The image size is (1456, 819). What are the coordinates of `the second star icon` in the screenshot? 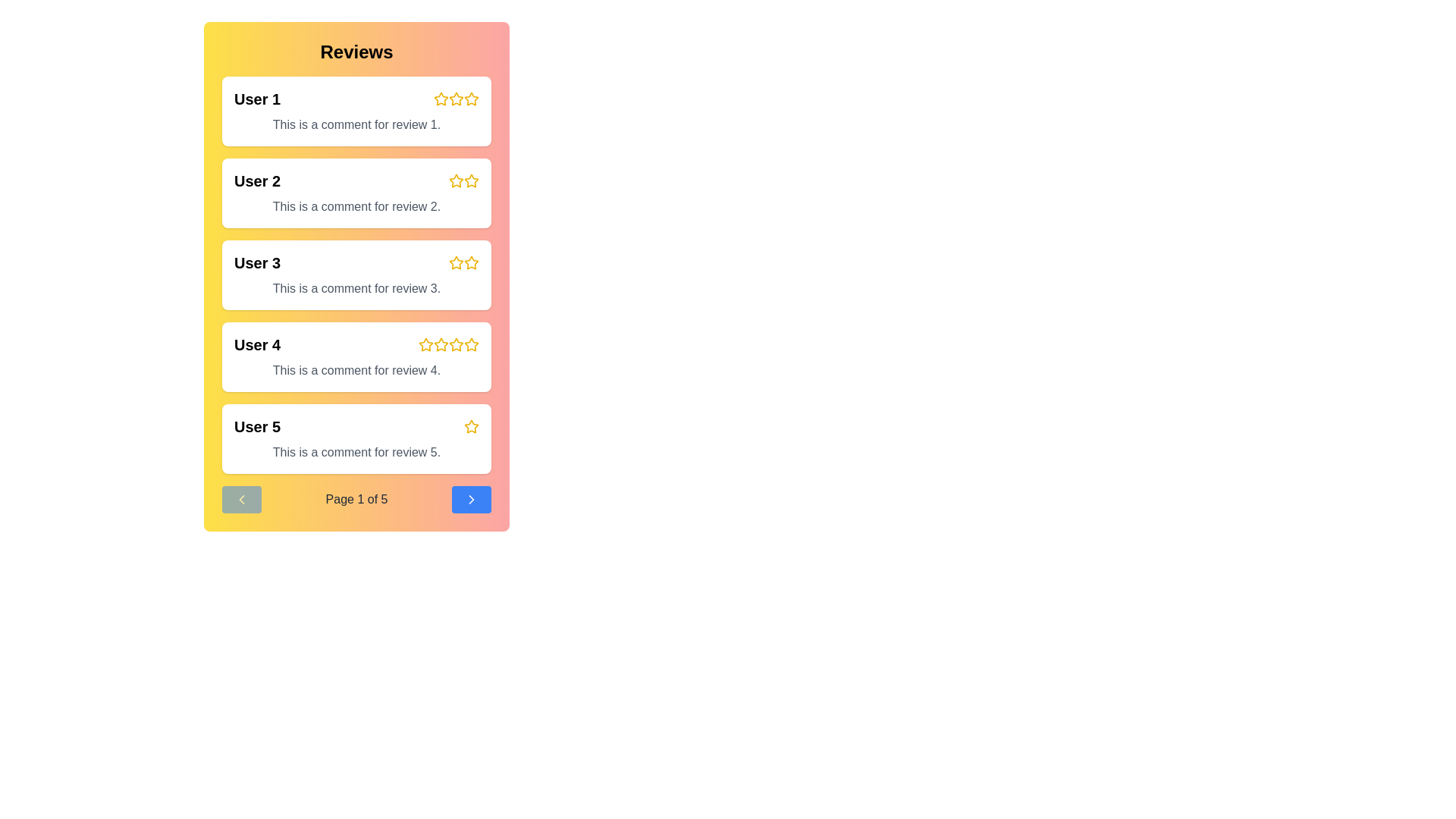 It's located at (455, 180).